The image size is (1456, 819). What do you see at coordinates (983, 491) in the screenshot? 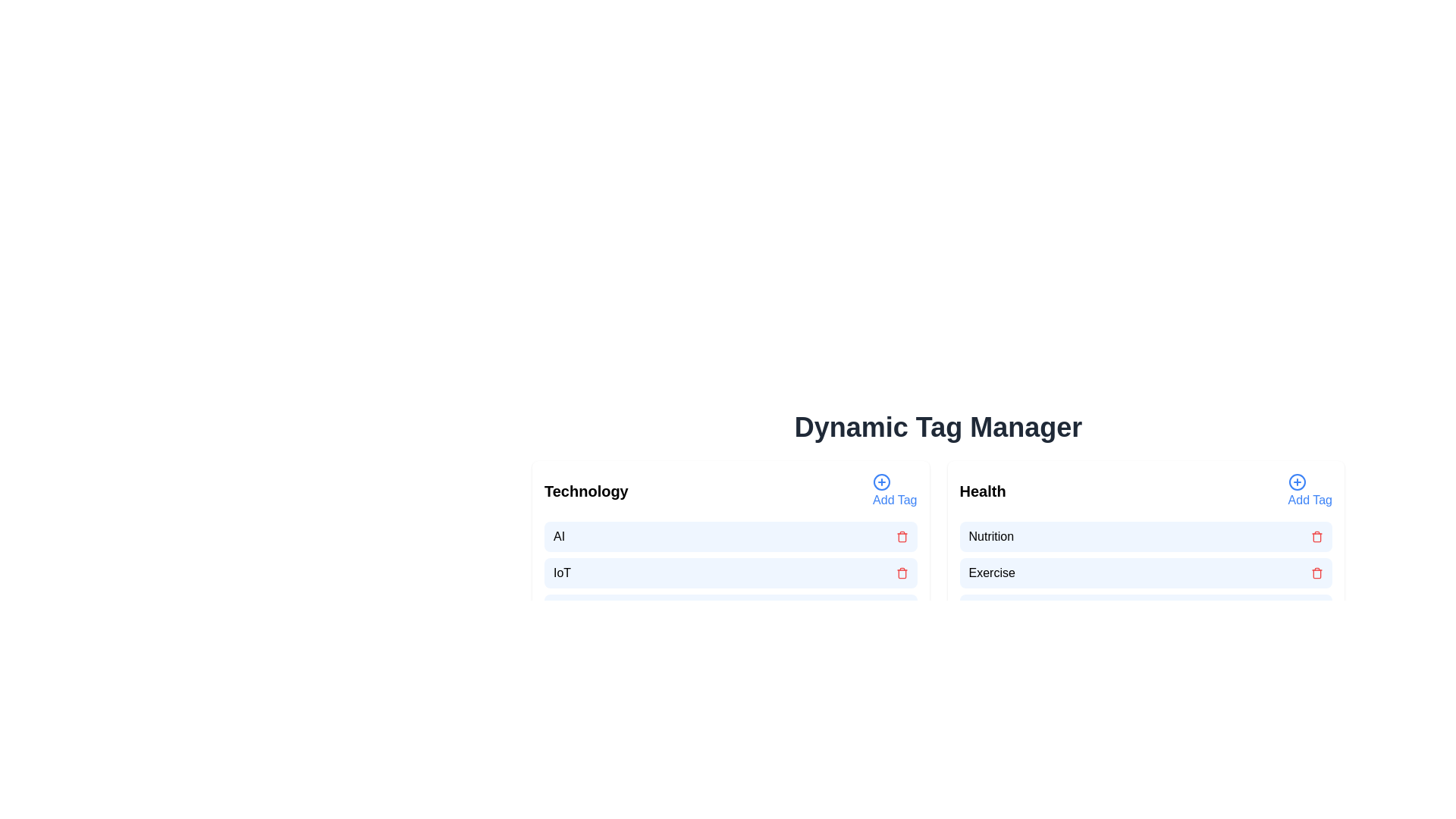
I see `the text label indicating 'Health', which serves as a header for the category under 'Dynamic Tag Manager'` at bounding box center [983, 491].